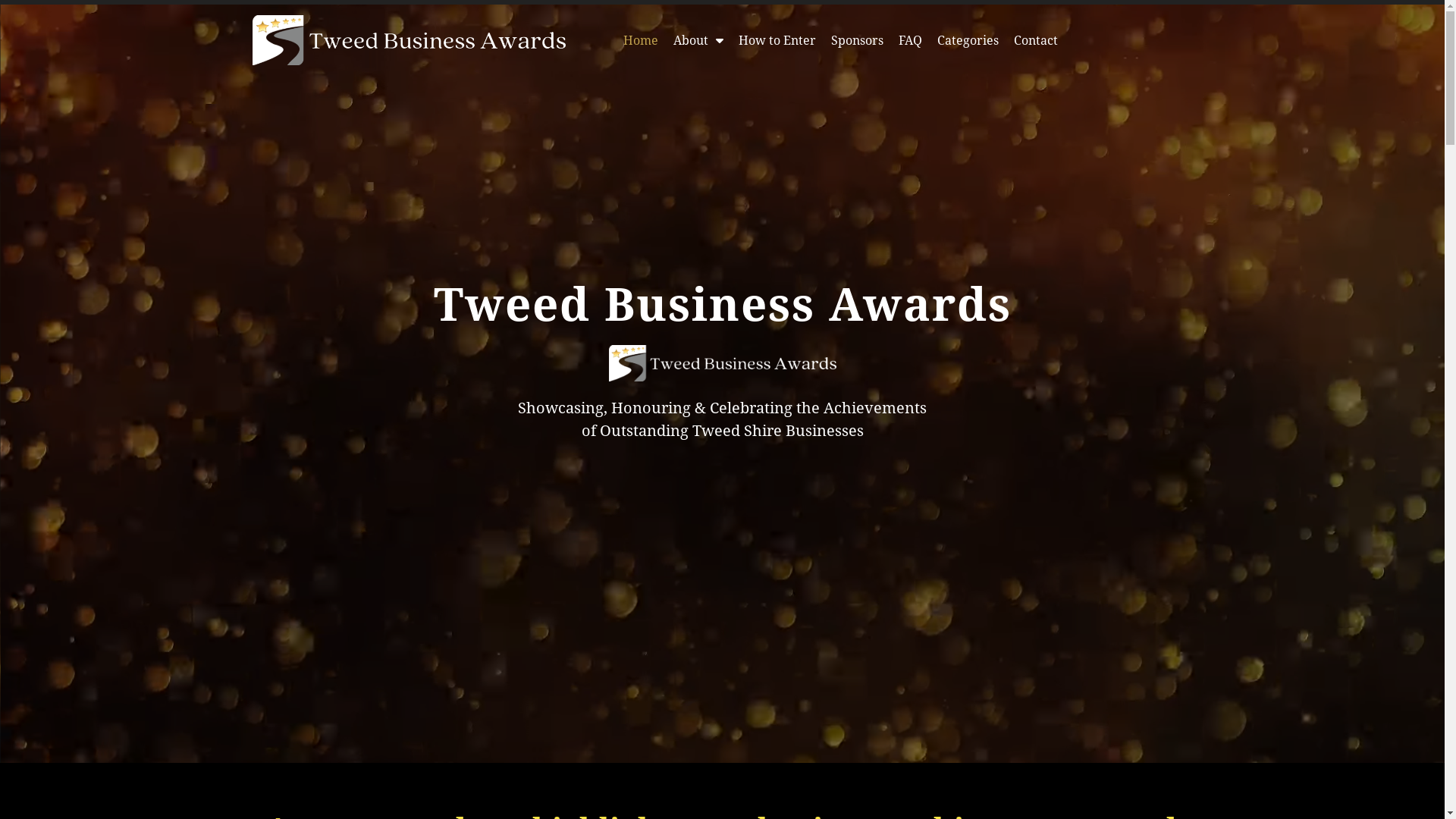  What do you see at coordinates (857, 39) in the screenshot?
I see `'Sponsors'` at bounding box center [857, 39].